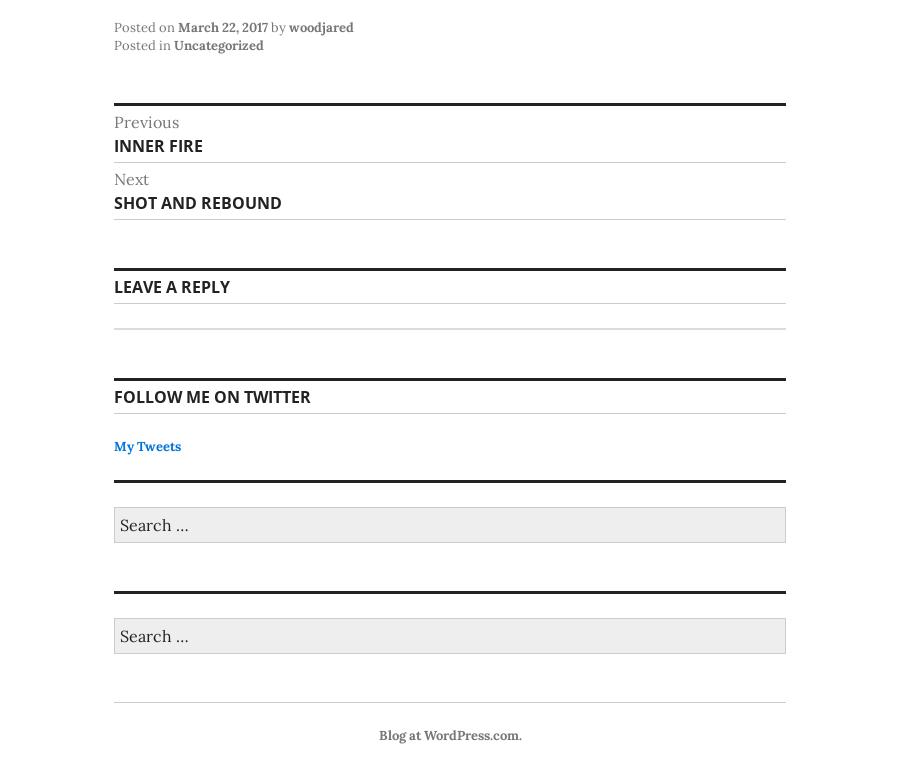 This screenshot has width=900, height=769. Describe the element at coordinates (144, 45) in the screenshot. I see `'Posted in'` at that location.